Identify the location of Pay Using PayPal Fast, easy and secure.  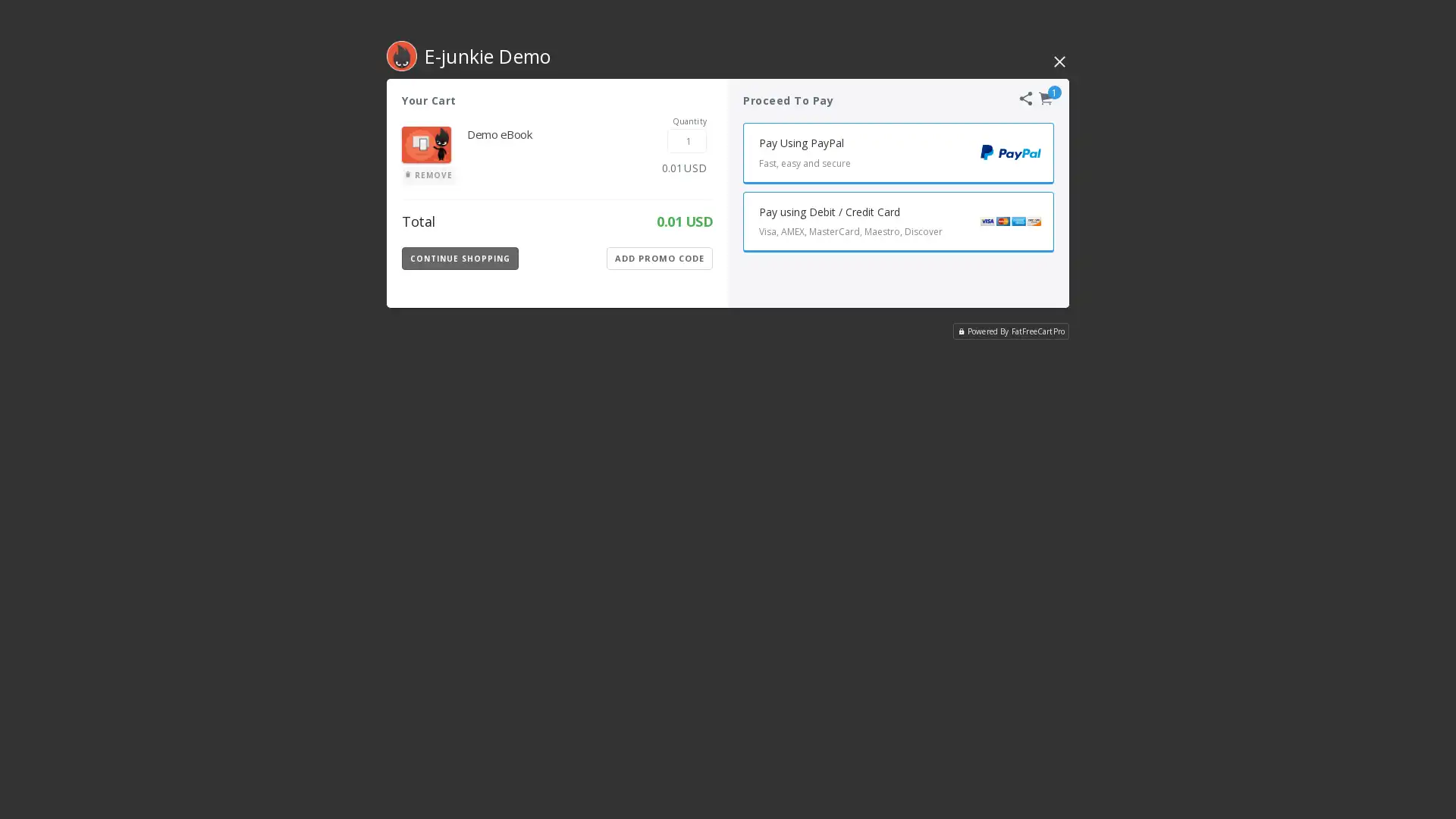
(899, 152).